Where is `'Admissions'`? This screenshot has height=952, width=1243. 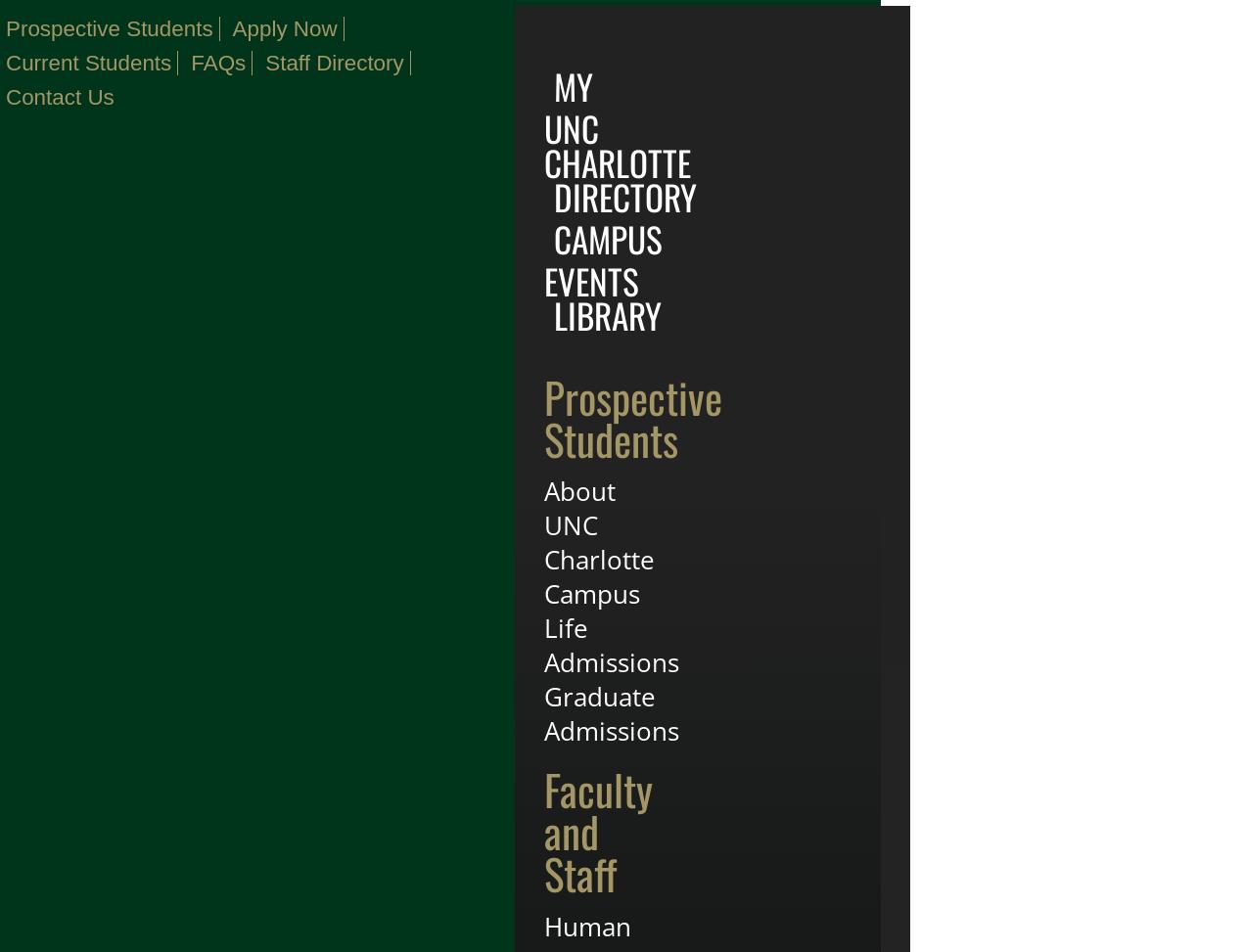 'Admissions' is located at coordinates (611, 660).